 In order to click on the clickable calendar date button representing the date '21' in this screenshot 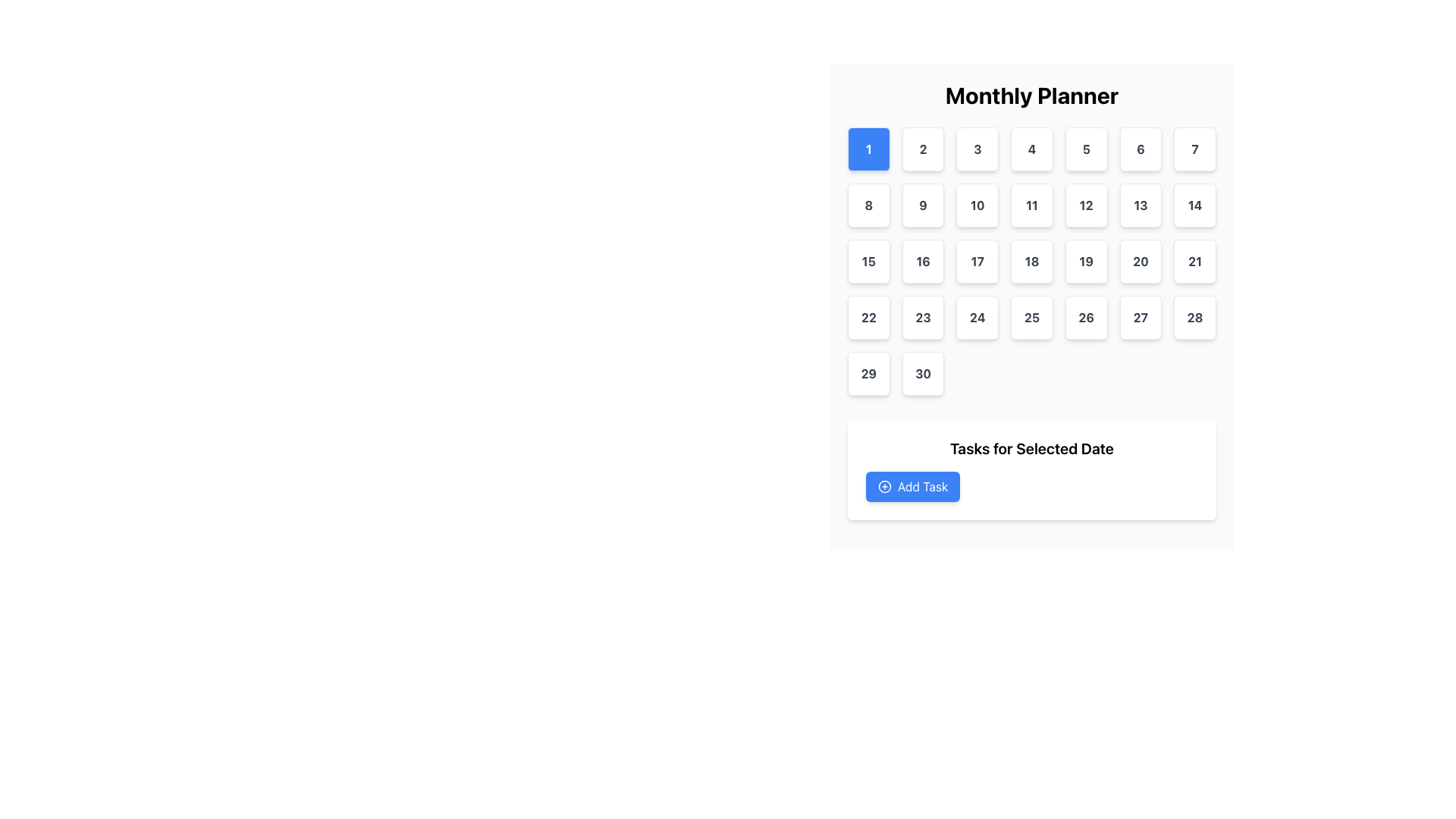, I will do `click(1194, 260)`.